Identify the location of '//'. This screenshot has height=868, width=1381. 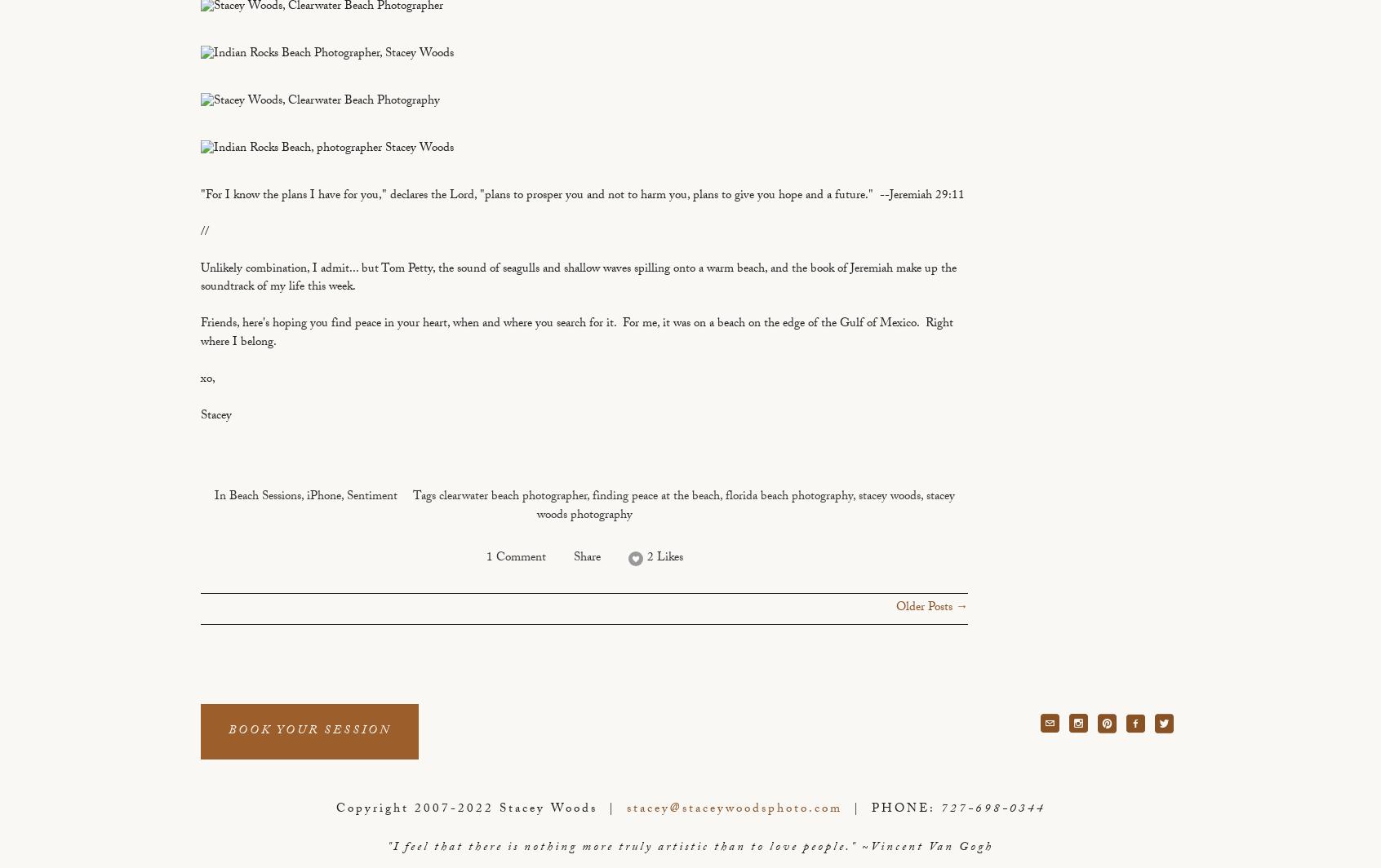
(204, 232).